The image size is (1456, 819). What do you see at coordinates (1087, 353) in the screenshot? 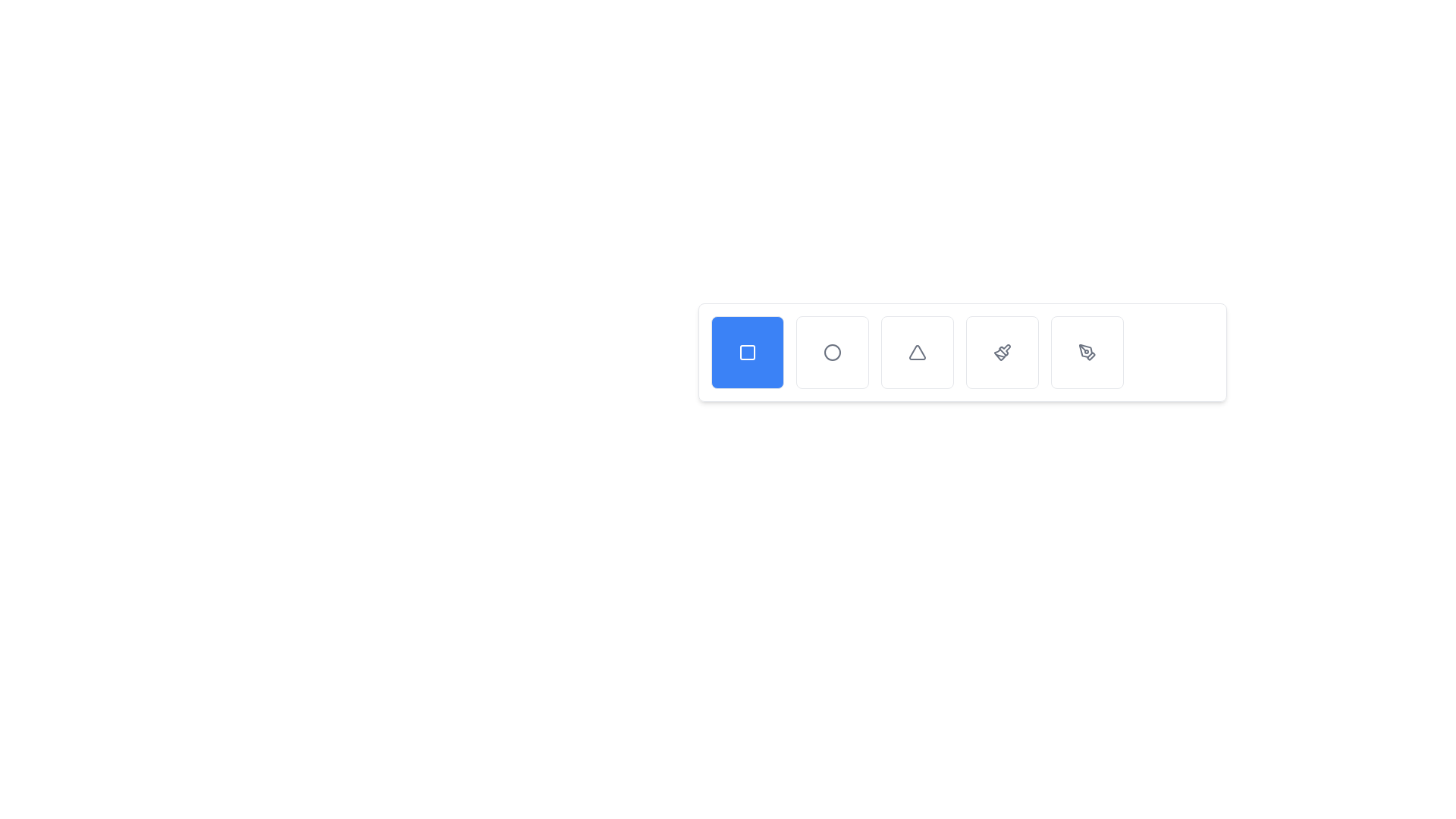
I see `the interactive button with a gray pen tool icon at the far-right end of the button row` at bounding box center [1087, 353].